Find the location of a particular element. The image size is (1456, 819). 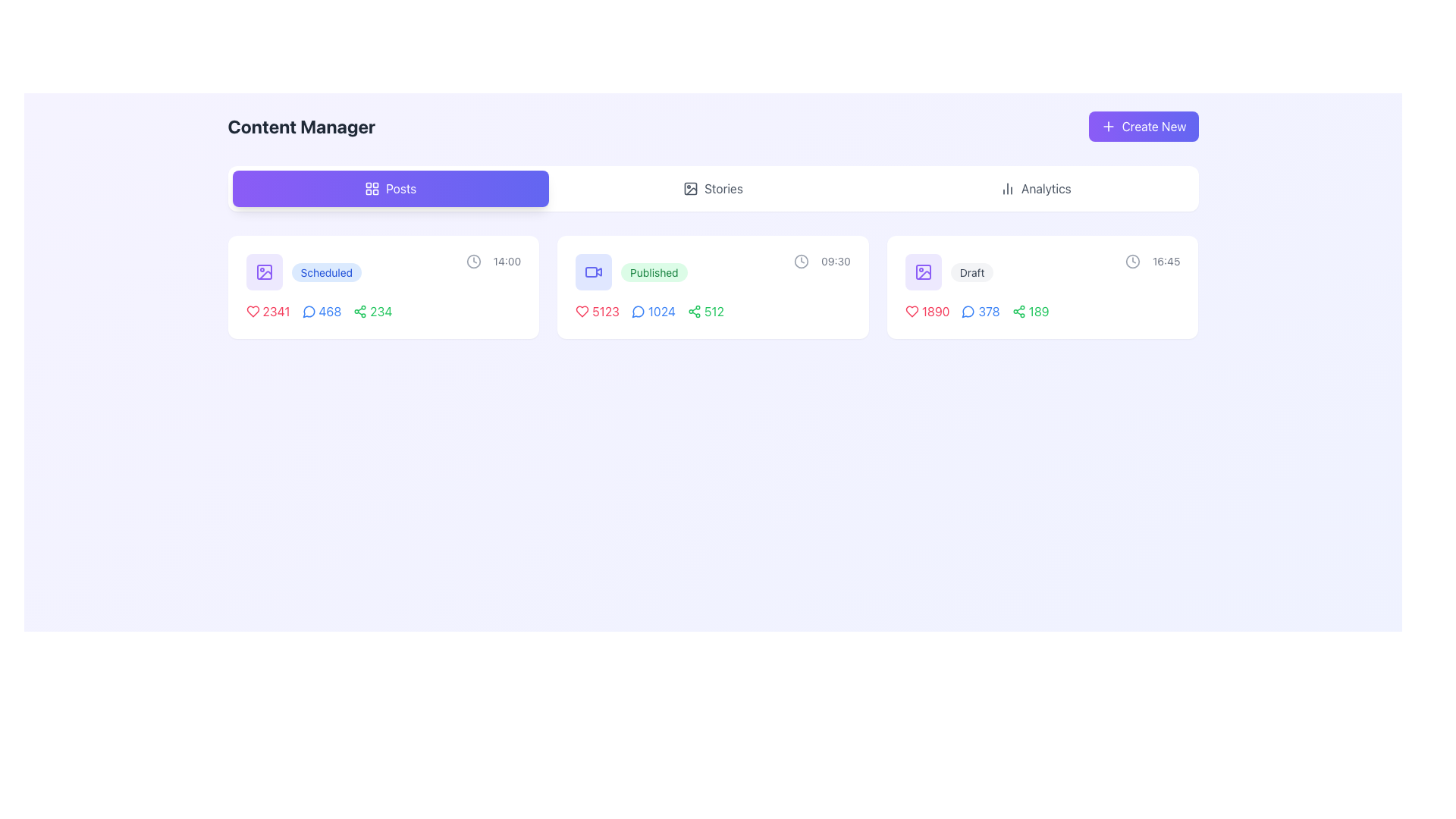

the number of interactions displayed by the blue chat bubble icon in the middle of the metrics group within the 'Draft' post card in the 'Posts' section is located at coordinates (981, 311).